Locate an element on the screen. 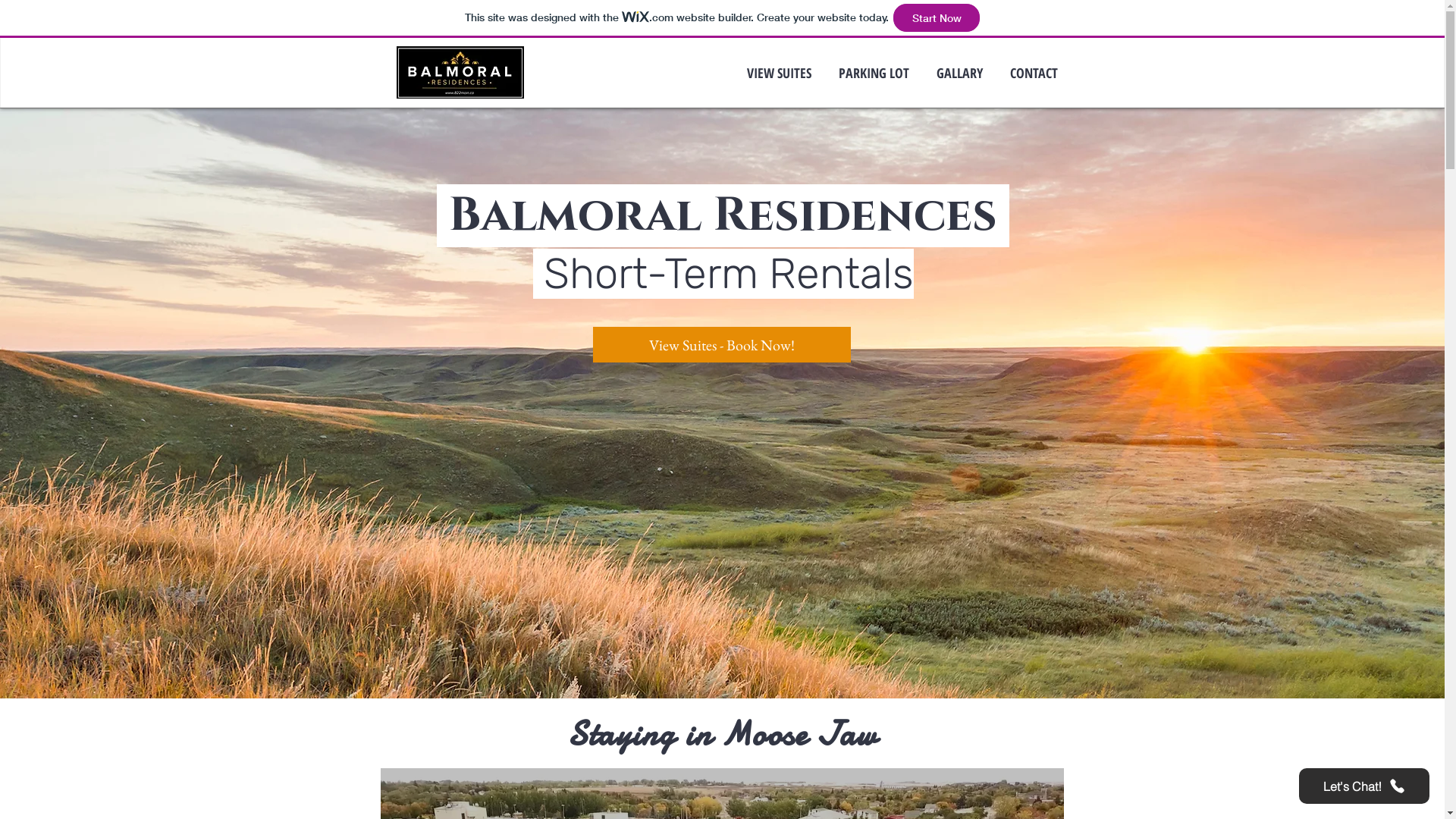 The width and height of the screenshot is (1456, 819). 'PARKING LOT' is located at coordinates (824, 73).